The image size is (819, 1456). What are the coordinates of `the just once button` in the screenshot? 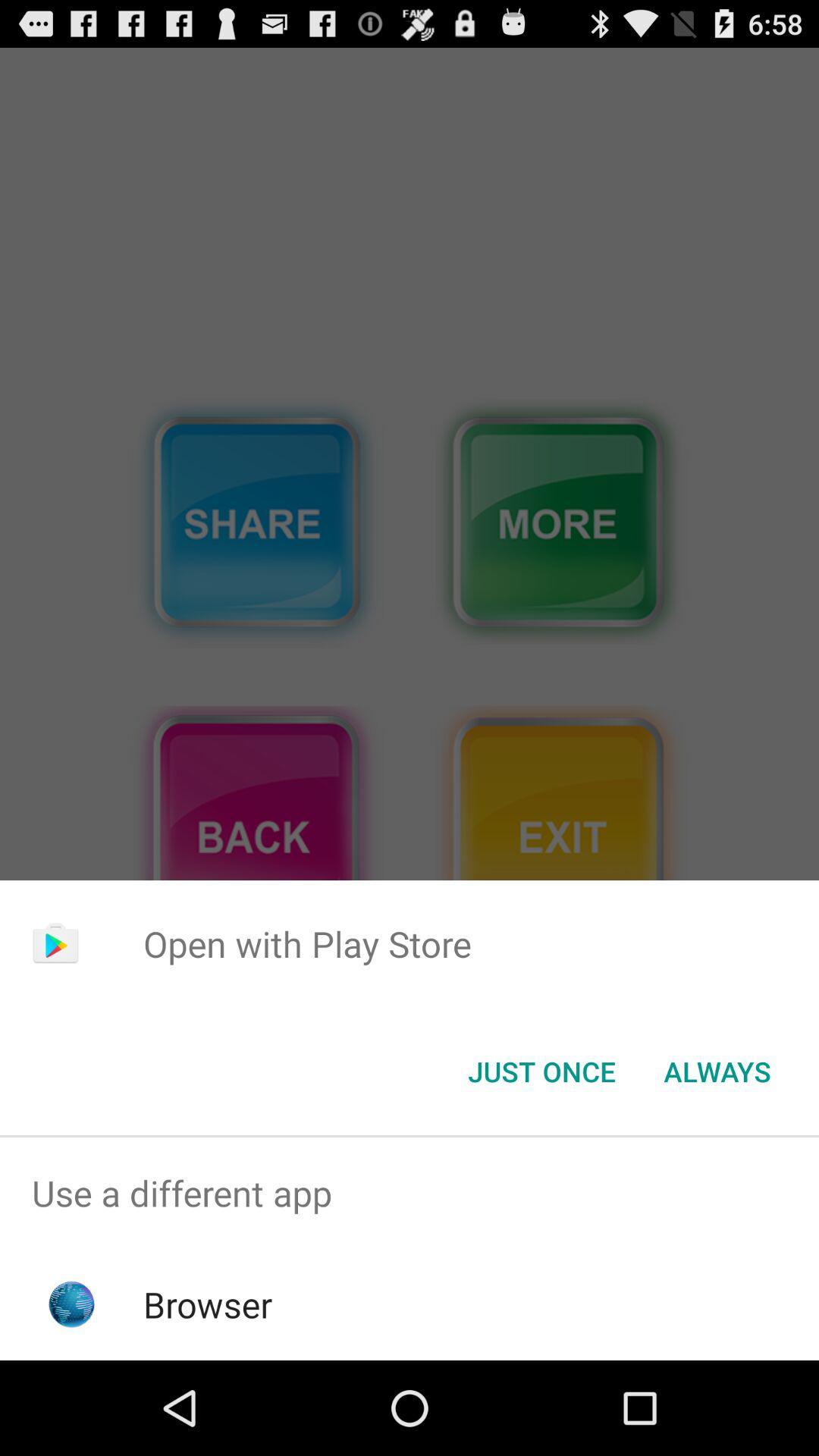 It's located at (541, 1070).